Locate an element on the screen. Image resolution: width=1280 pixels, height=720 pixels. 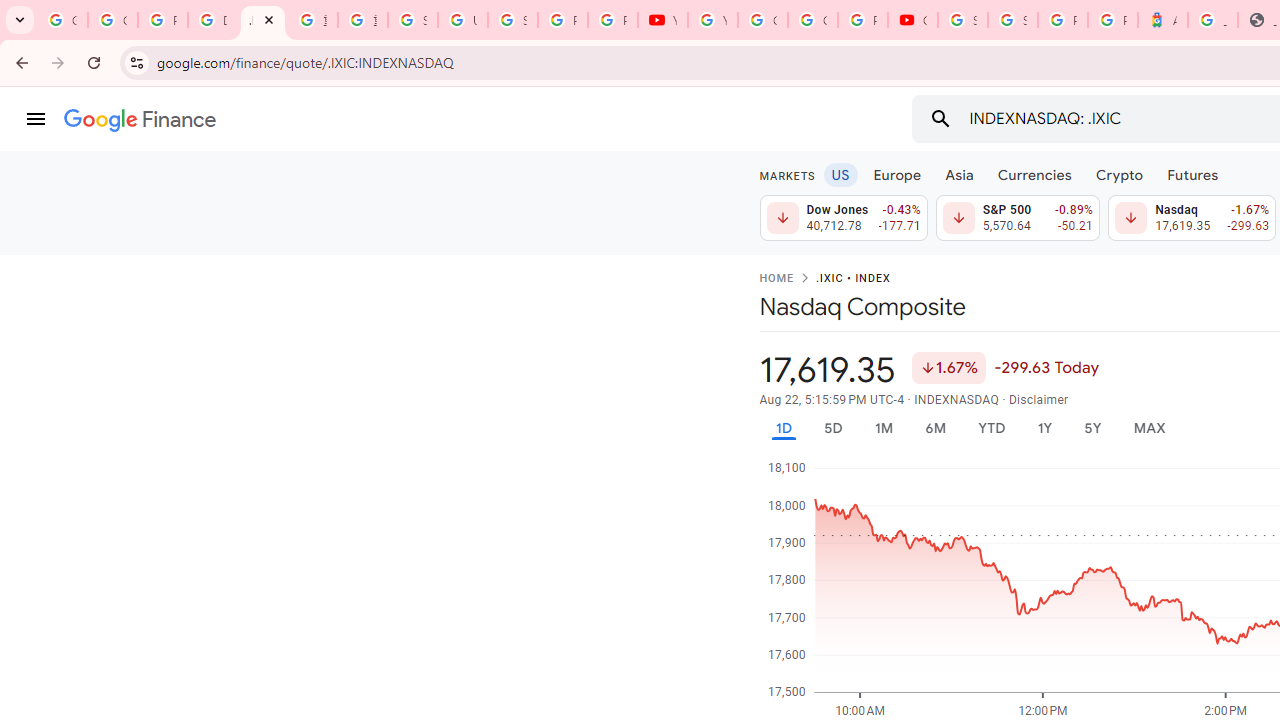
'5D' is located at coordinates (832, 427).